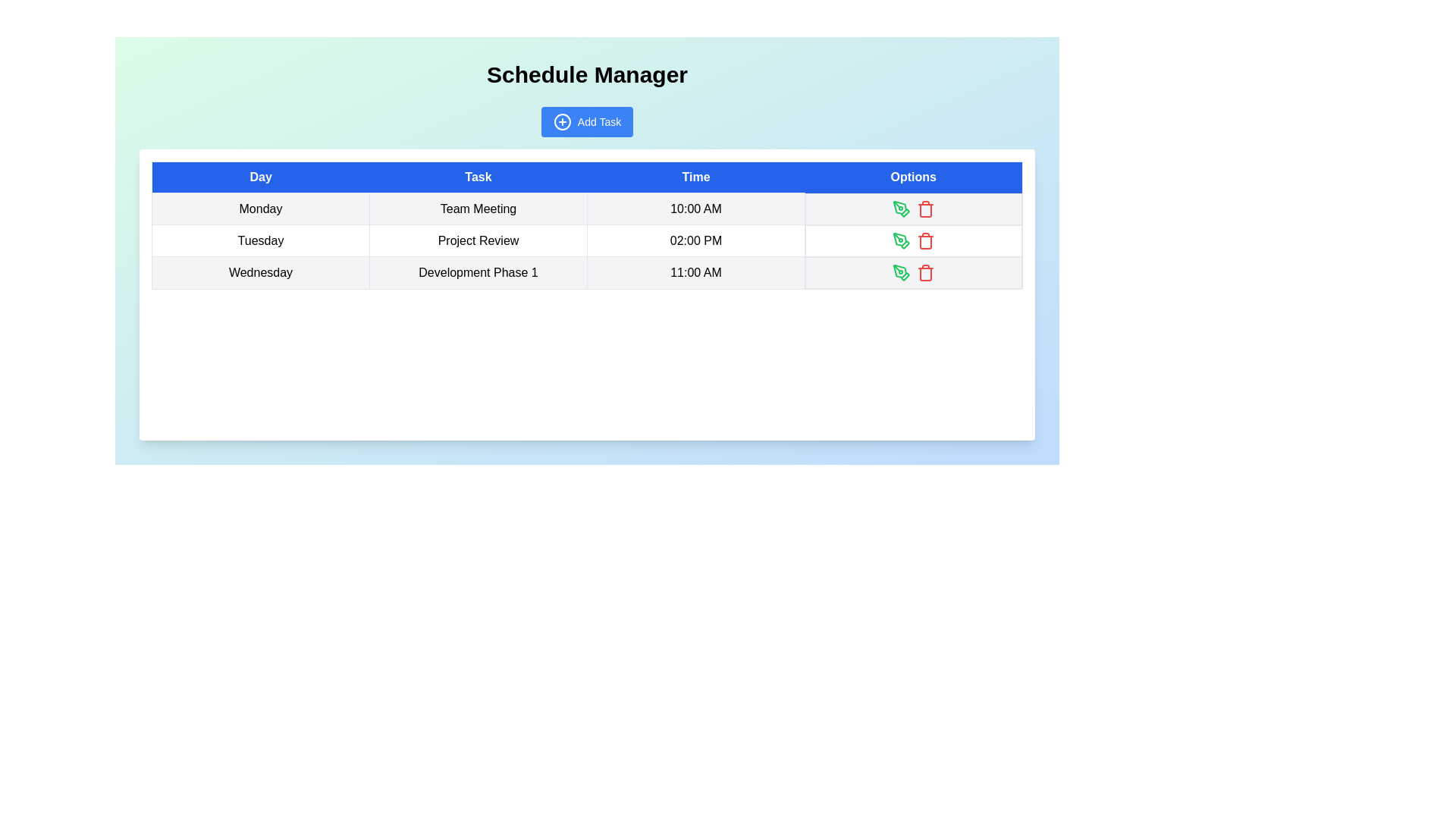 Image resolution: width=1456 pixels, height=819 pixels. What do you see at coordinates (902, 240) in the screenshot?
I see `the edit icon for the task in the Options column corresponding to Project Review` at bounding box center [902, 240].